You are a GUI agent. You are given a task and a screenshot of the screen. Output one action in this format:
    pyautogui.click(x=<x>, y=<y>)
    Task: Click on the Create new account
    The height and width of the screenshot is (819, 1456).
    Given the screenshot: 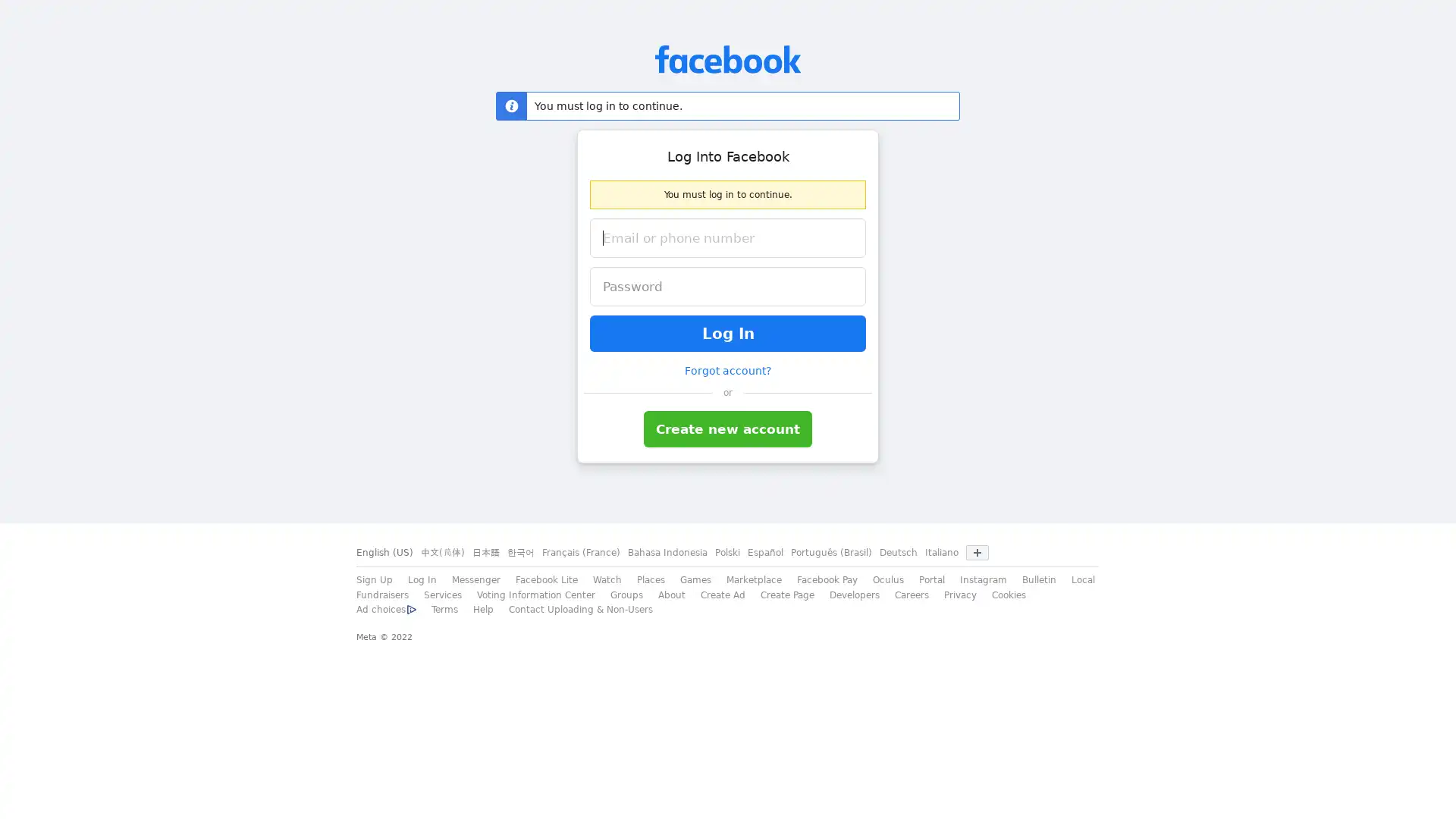 What is the action you would take?
    pyautogui.click(x=728, y=429)
    